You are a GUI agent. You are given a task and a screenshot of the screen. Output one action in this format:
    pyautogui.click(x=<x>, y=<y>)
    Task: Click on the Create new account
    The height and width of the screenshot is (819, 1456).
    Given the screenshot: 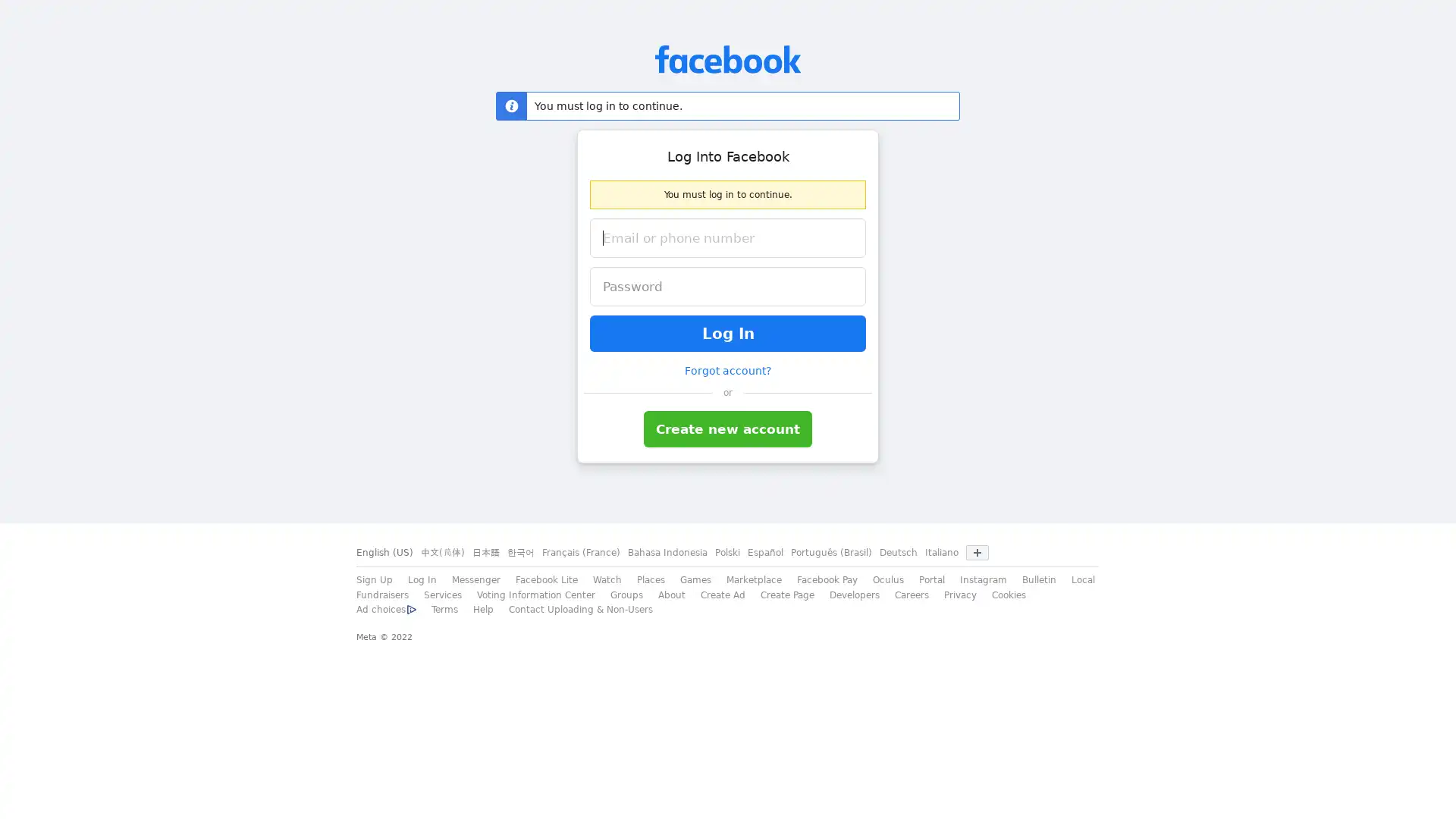 What is the action you would take?
    pyautogui.click(x=728, y=429)
    